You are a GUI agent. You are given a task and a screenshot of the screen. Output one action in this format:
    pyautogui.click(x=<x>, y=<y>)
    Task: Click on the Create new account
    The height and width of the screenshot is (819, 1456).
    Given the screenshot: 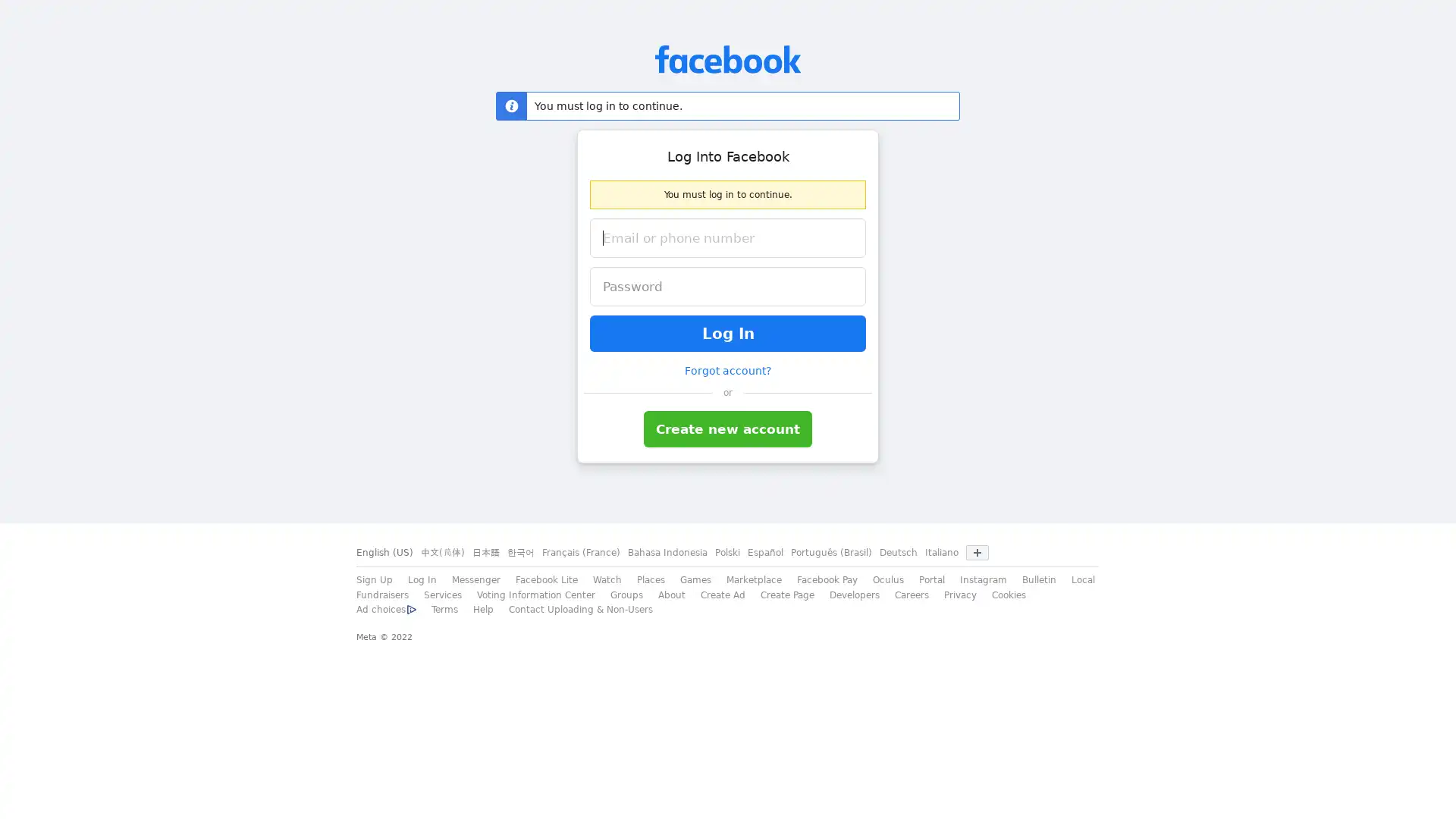 What is the action you would take?
    pyautogui.click(x=728, y=429)
    